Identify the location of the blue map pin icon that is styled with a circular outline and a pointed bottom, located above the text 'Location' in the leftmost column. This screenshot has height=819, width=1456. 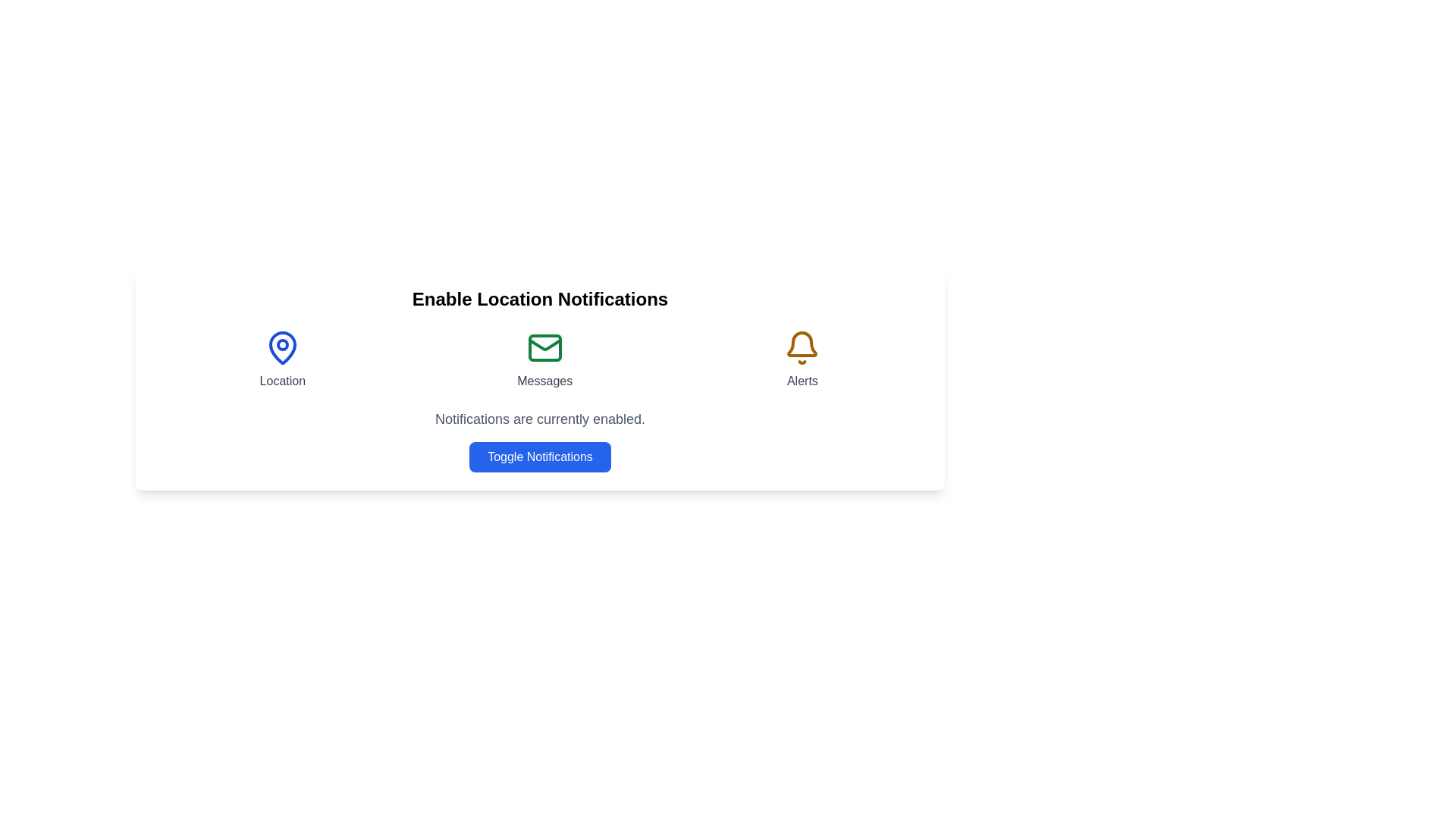
(282, 348).